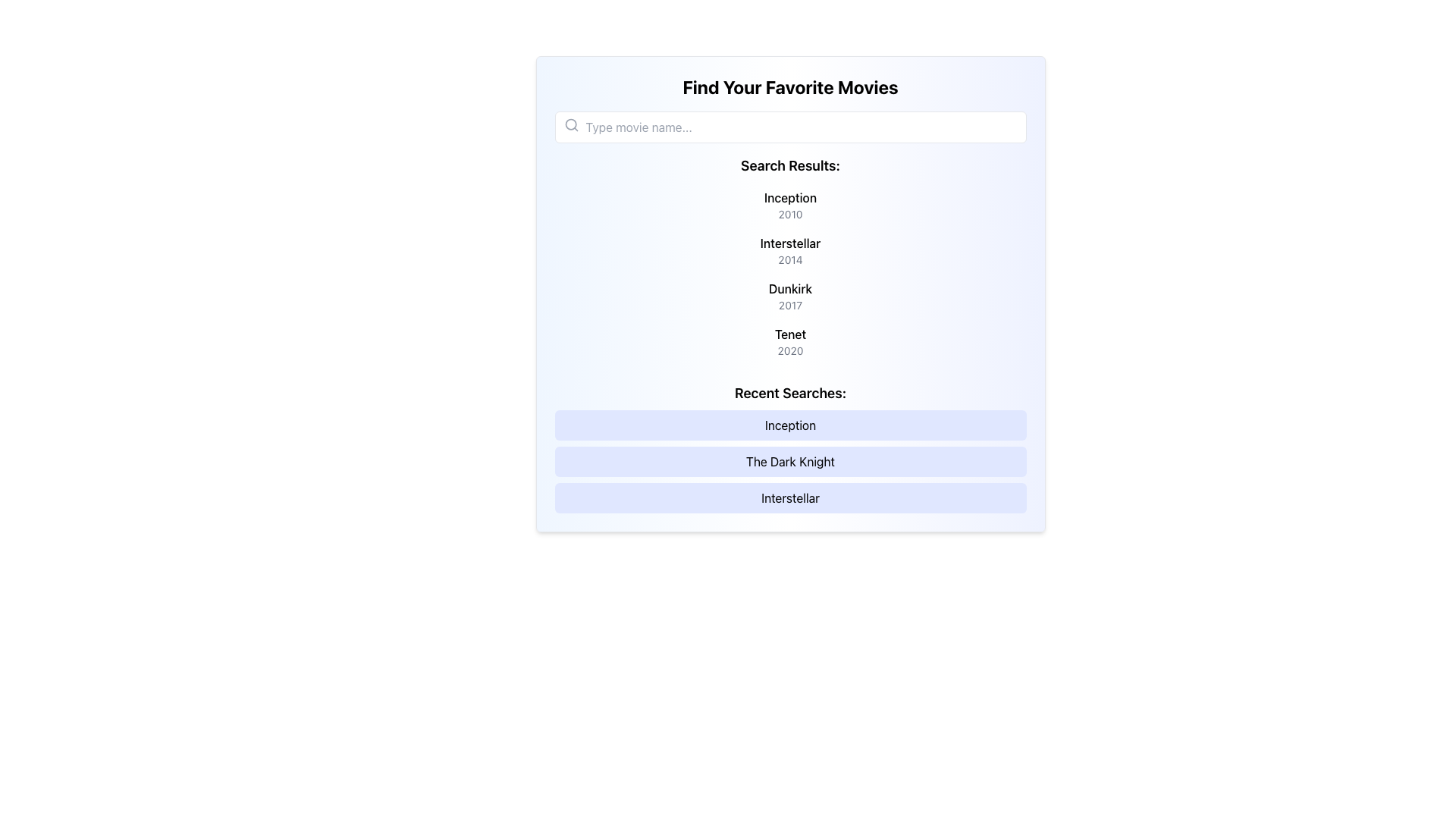 The image size is (1456, 819). What do you see at coordinates (570, 124) in the screenshot?
I see `the SVG circle representing the loop of the magnifying glass icon for the search function located at the left side of the search bar` at bounding box center [570, 124].